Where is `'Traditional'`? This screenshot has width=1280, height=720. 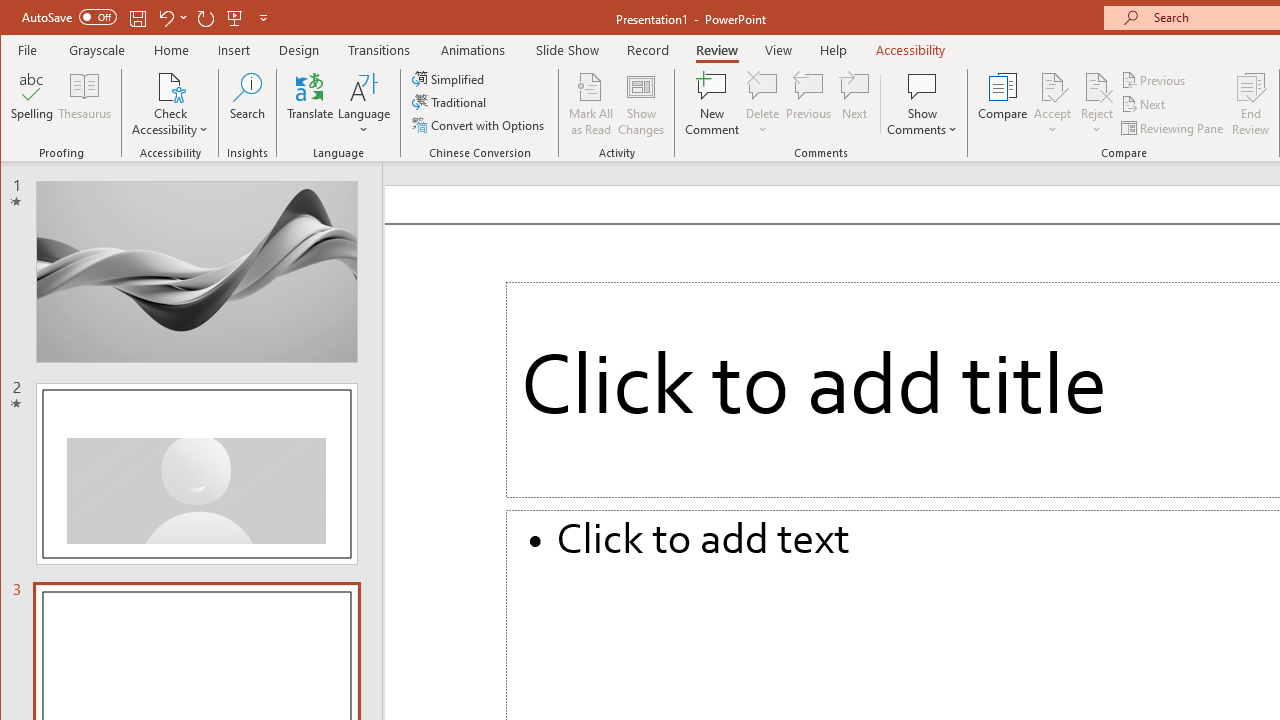
'Traditional' is located at coordinates (450, 102).